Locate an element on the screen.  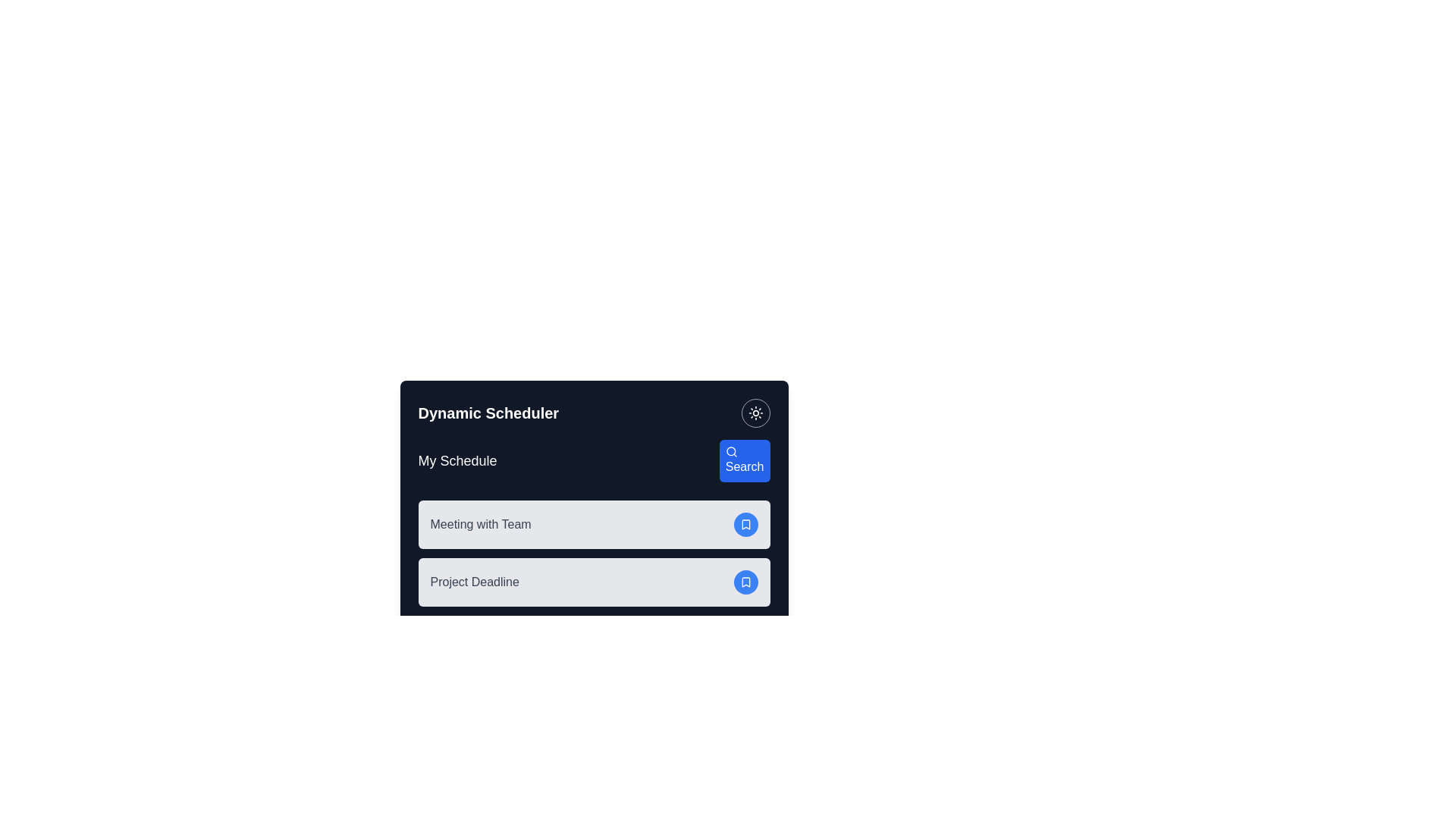
the icon located to the far right of the 'Meeting with Team' list item in the schedule list under the 'Dynamic Scheduler' heading is located at coordinates (745, 581).